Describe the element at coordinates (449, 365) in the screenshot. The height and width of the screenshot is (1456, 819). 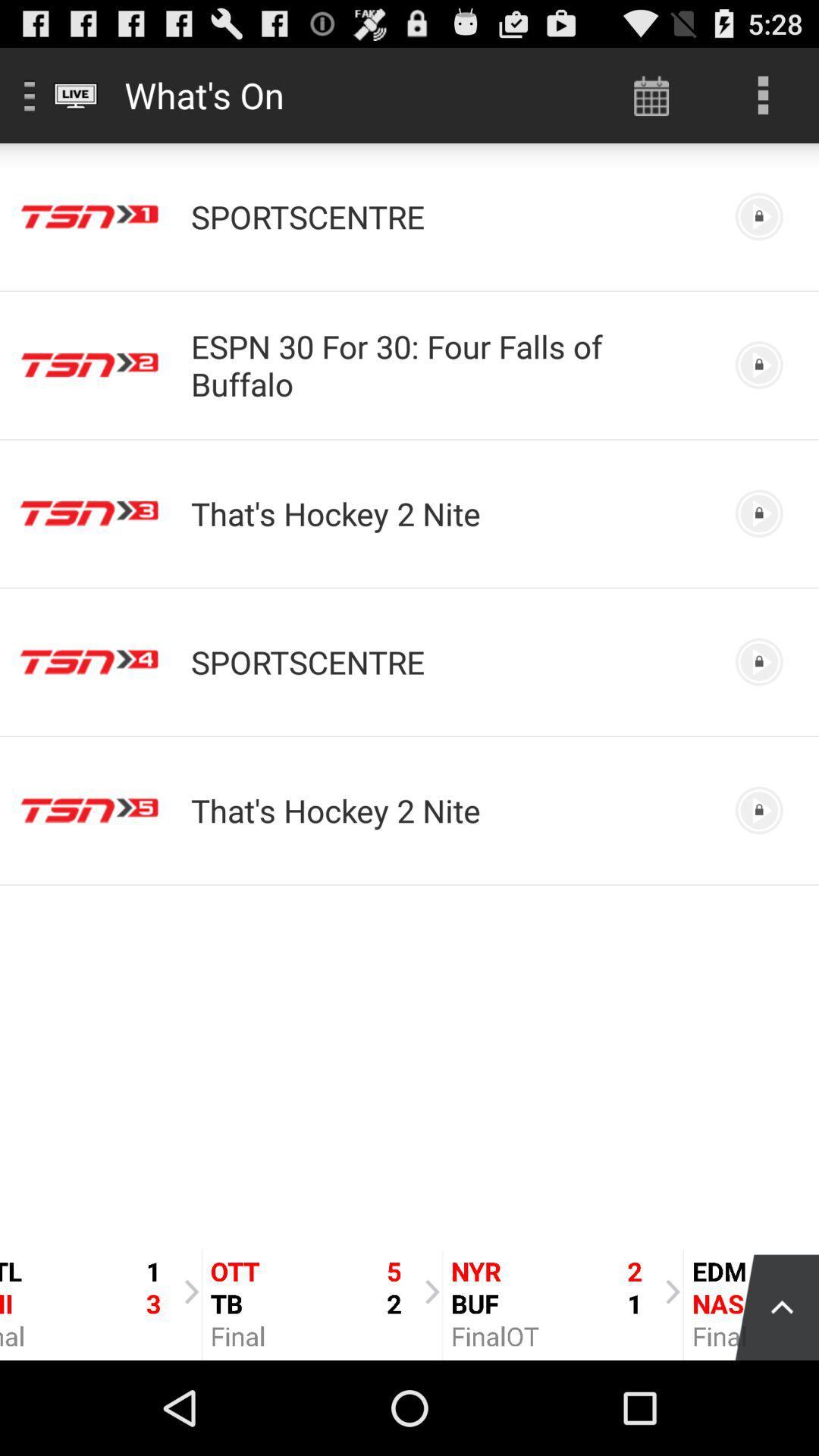
I see `the item above the that s hockey` at that location.